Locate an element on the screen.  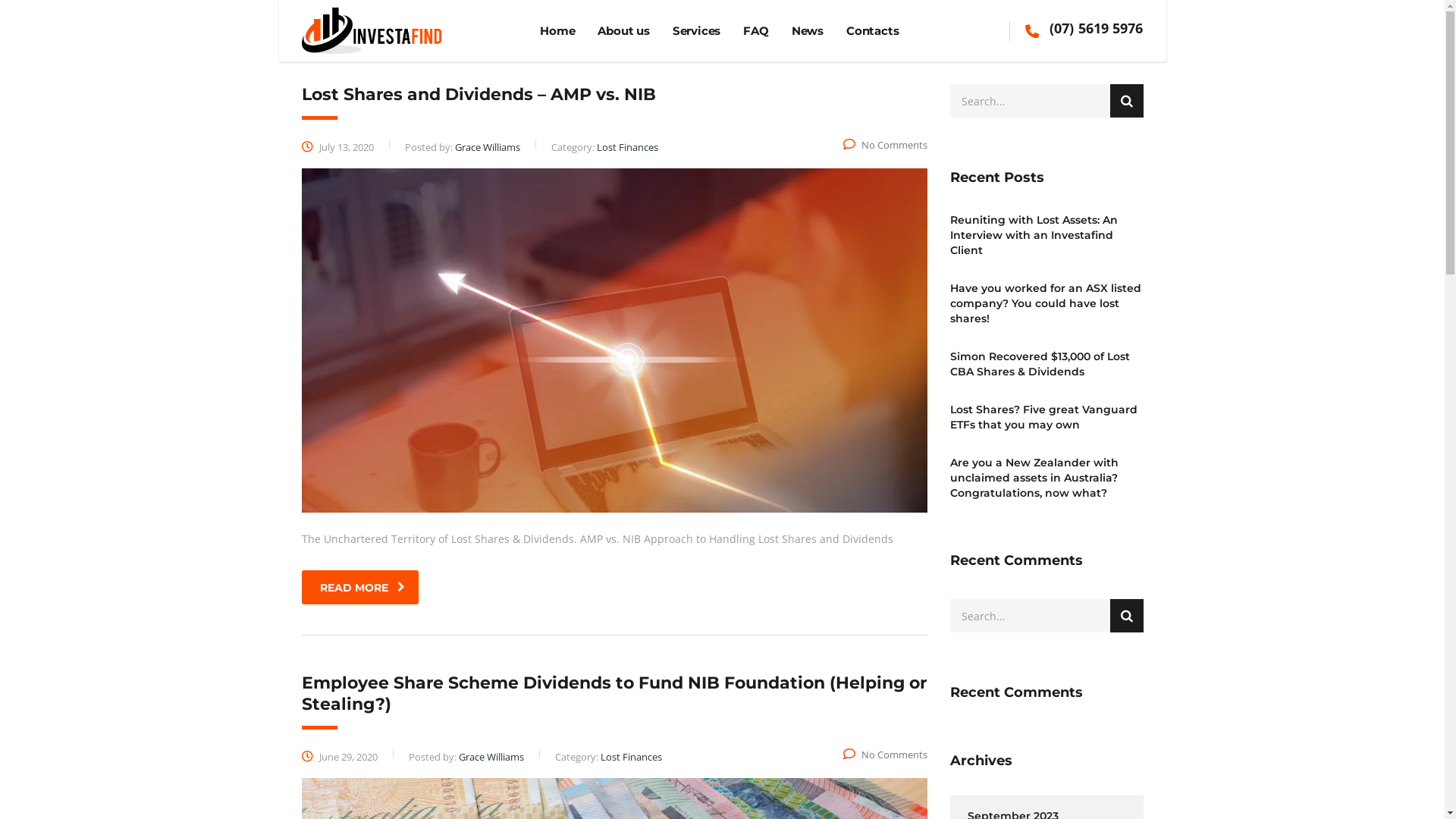
'No Comments' is located at coordinates (885, 145).